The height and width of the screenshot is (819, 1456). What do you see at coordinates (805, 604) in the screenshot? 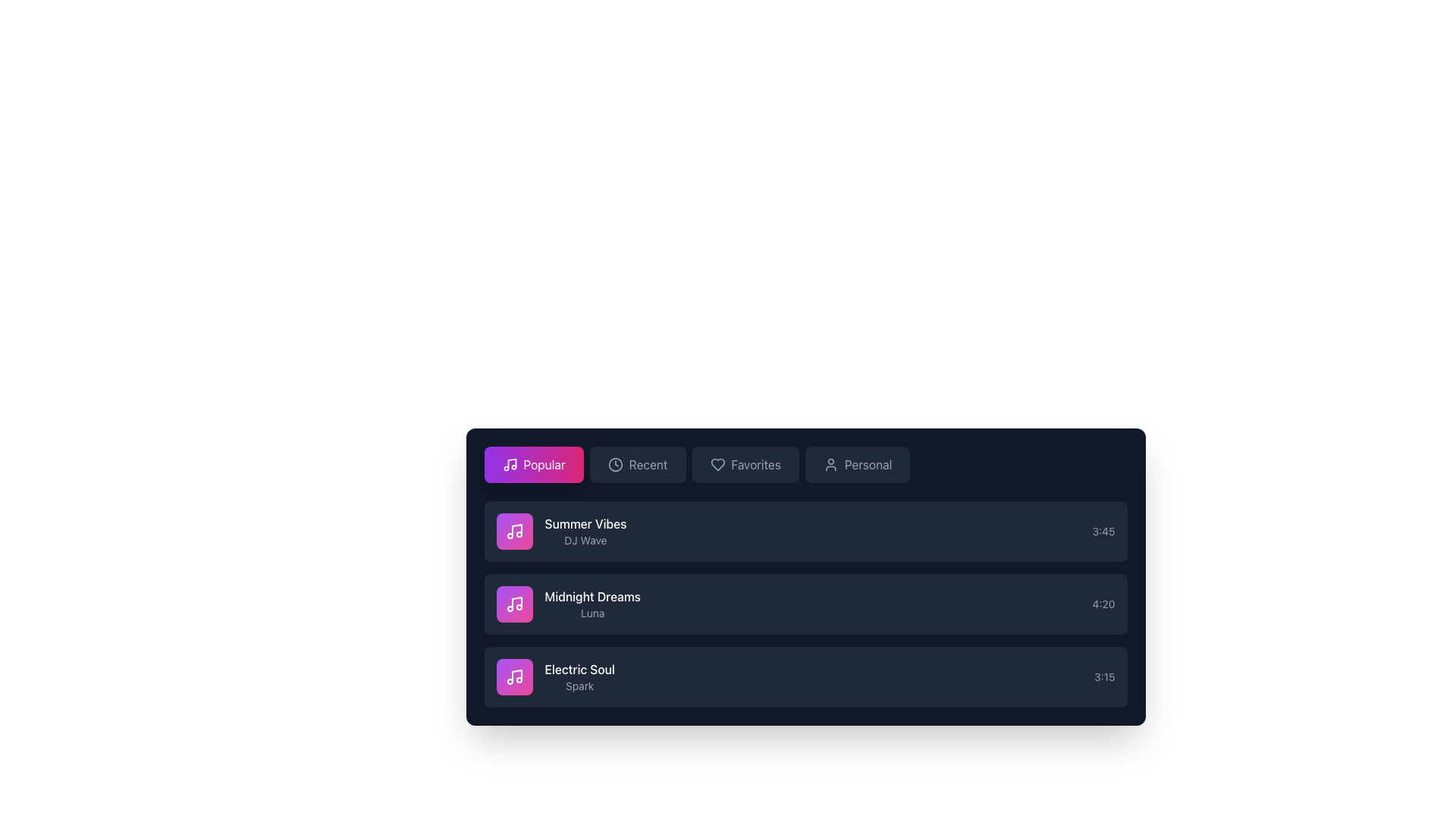
I see `the second music track item` at bounding box center [805, 604].